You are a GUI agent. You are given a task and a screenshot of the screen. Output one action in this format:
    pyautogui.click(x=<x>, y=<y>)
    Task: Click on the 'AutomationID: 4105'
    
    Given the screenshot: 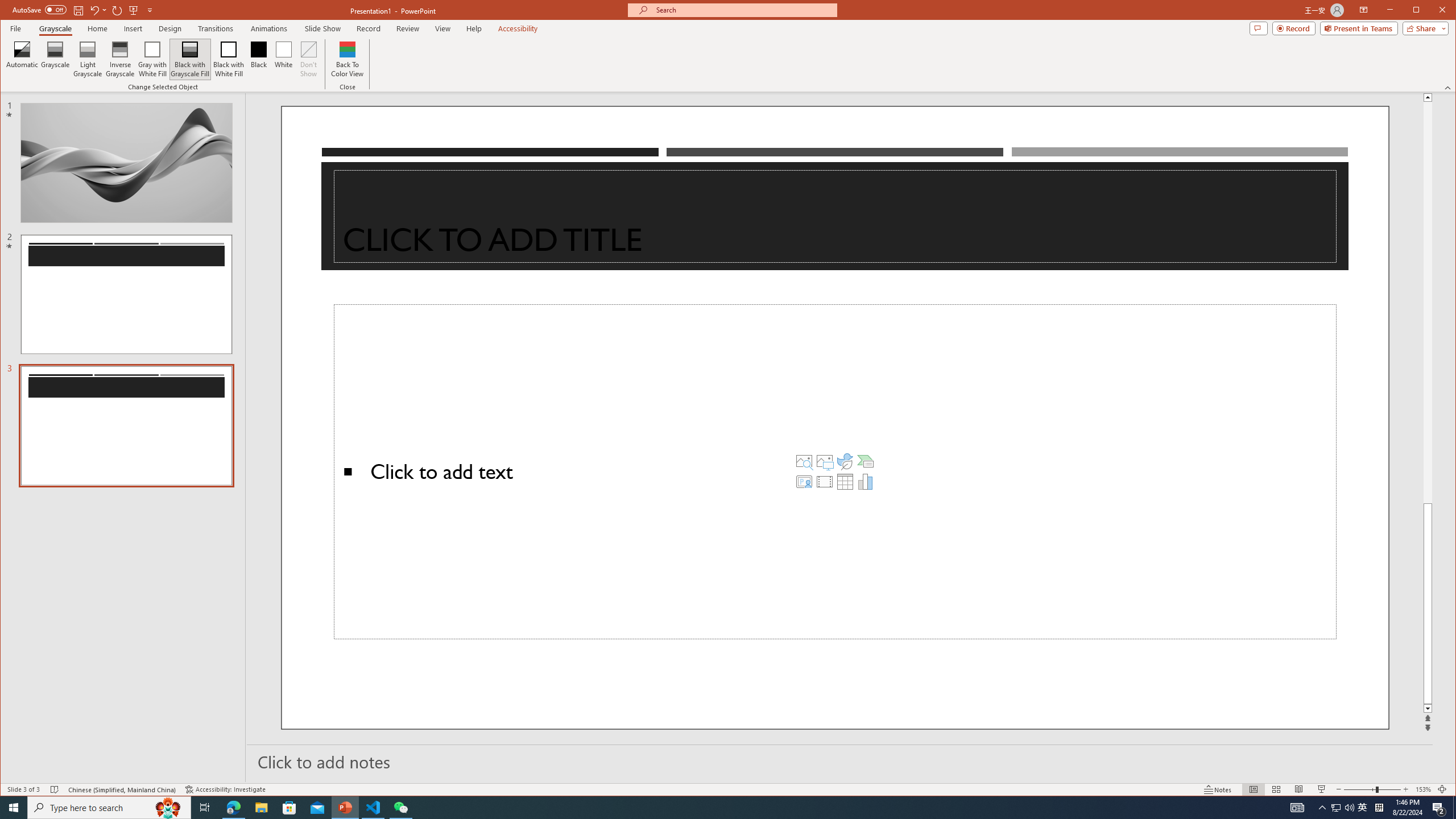 What is the action you would take?
    pyautogui.click(x=1296, y=806)
    